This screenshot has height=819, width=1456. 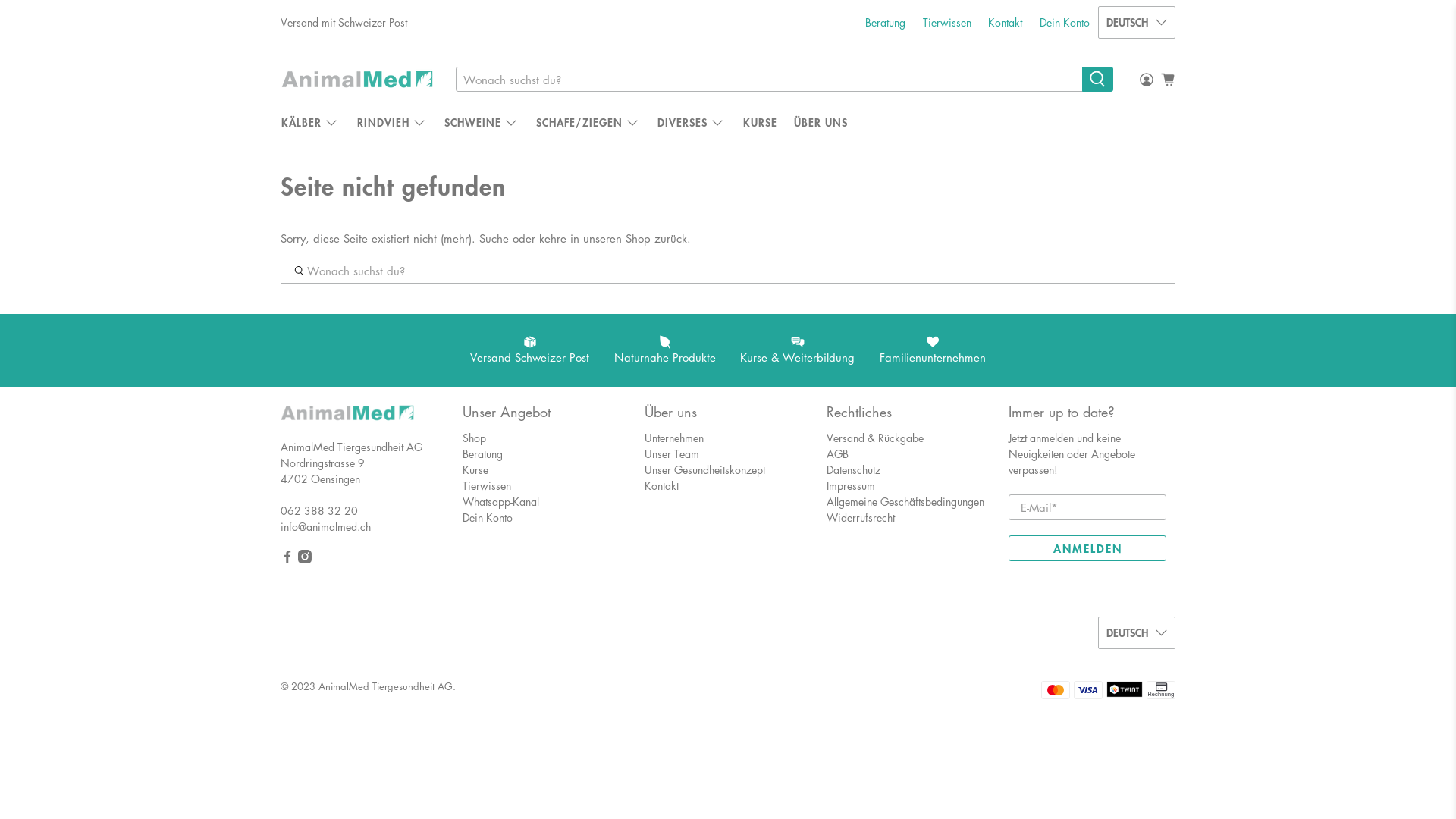 I want to click on 'ANMELDEN', so click(x=1008, y=548).